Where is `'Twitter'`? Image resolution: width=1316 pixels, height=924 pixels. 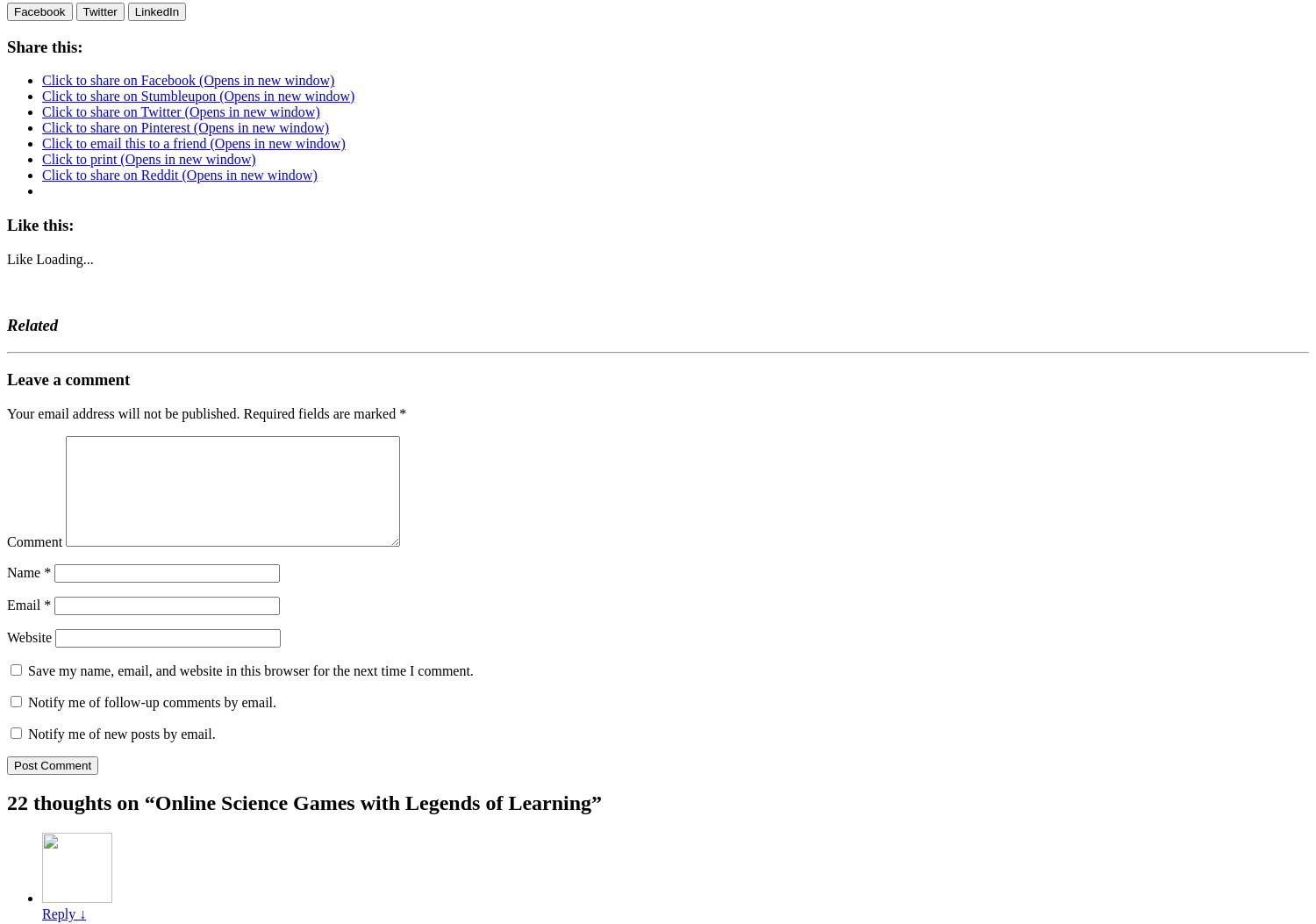
'Twitter' is located at coordinates (98, 11).